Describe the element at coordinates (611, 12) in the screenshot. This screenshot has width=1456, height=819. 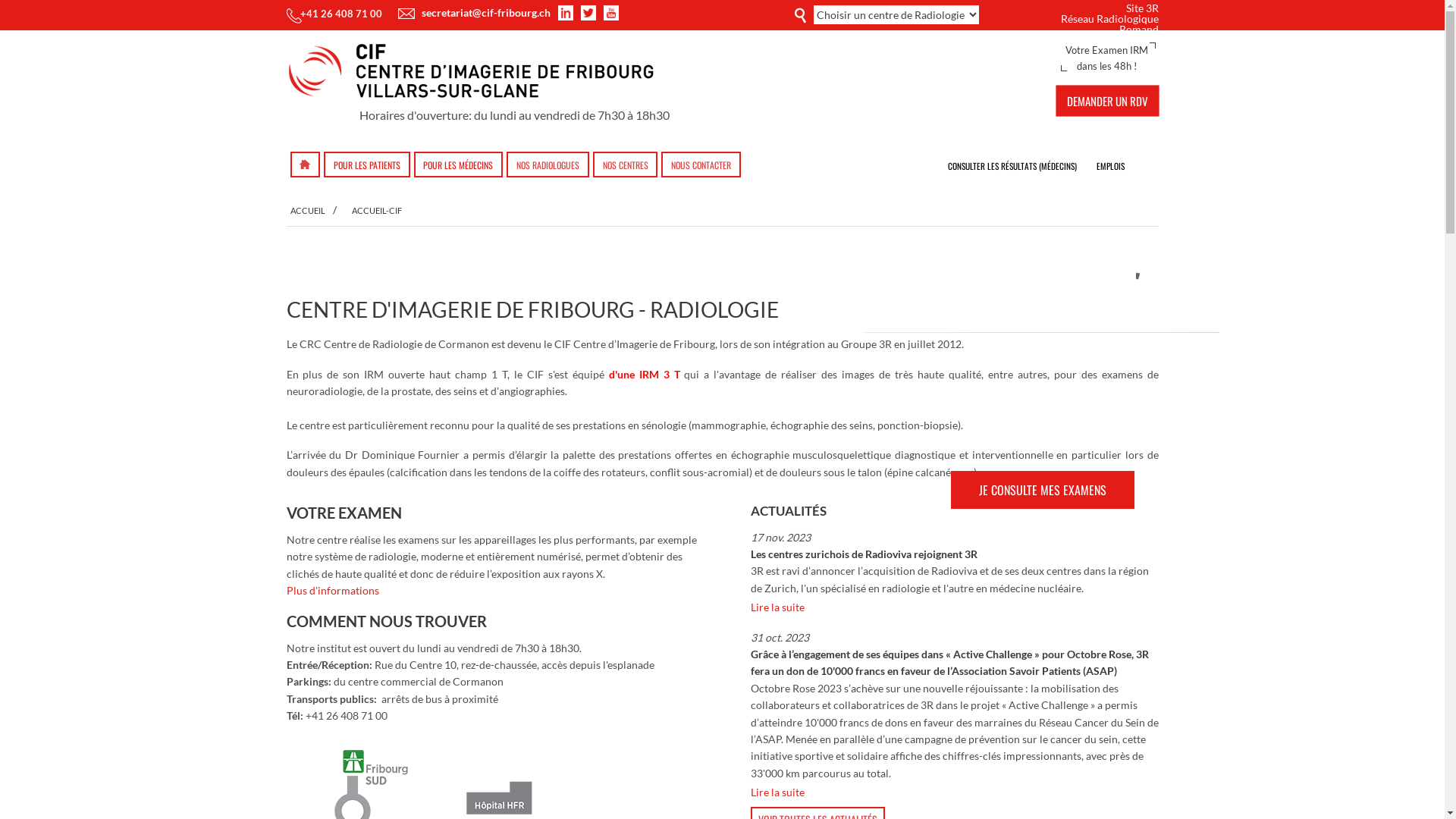
I see `'youtube'` at that location.